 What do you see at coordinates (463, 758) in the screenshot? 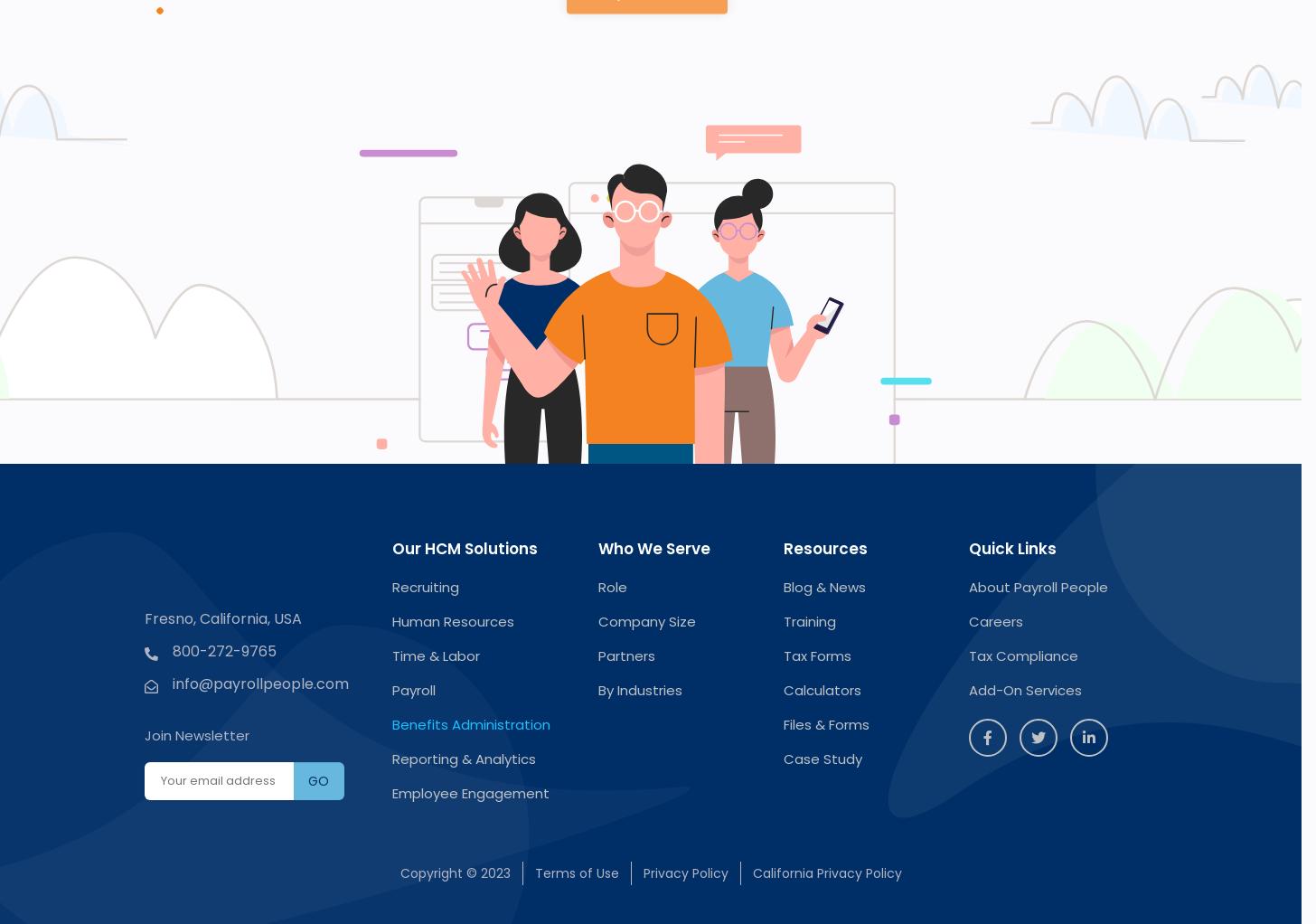
I see `'Reporting & Analytics'` at bounding box center [463, 758].